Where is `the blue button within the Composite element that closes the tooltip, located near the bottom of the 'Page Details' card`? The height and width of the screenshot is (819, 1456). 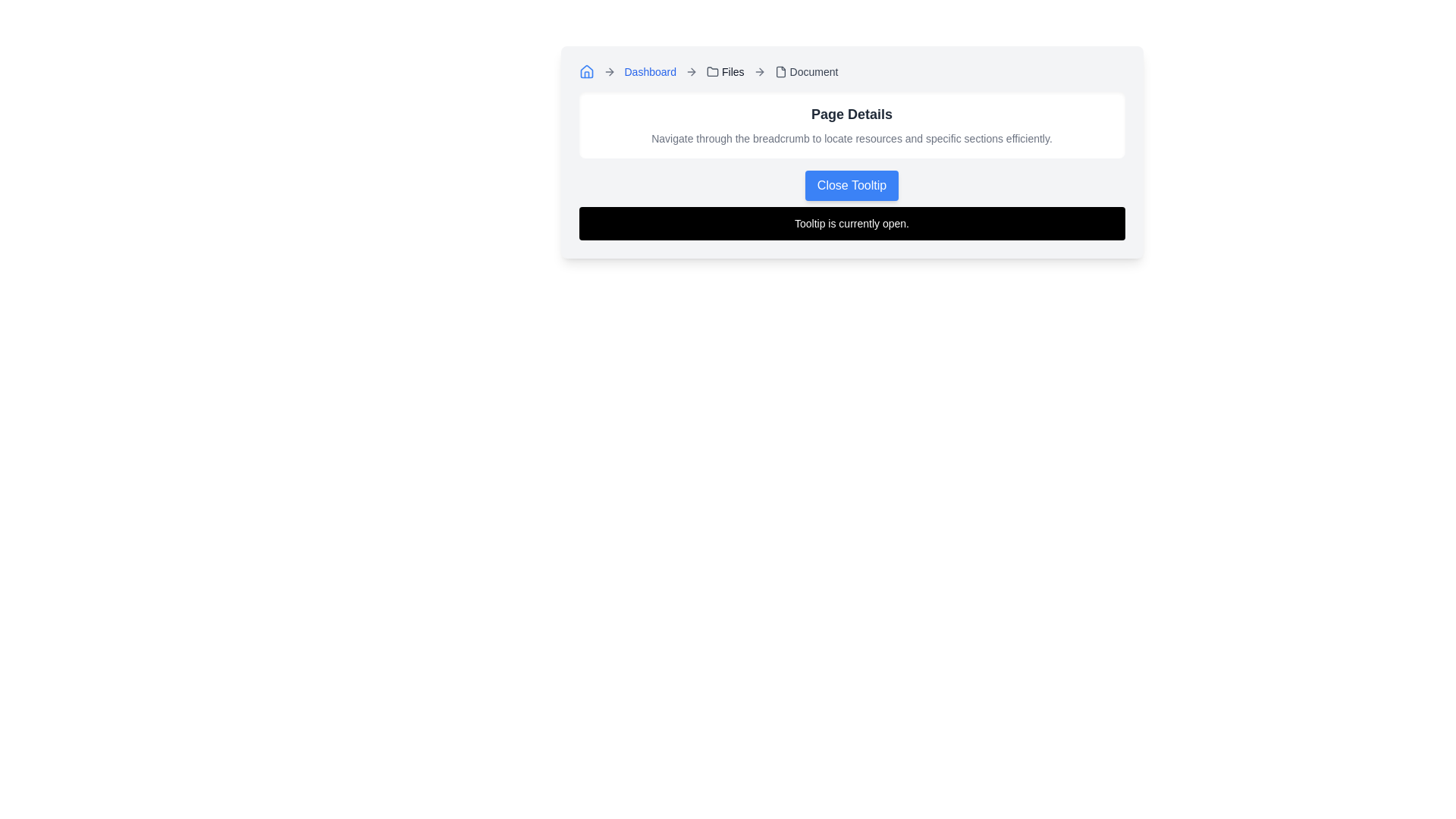
the blue button within the Composite element that closes the tooltip, located near the bottom of the 'Page Details' card is located at coordinates (852, 205).